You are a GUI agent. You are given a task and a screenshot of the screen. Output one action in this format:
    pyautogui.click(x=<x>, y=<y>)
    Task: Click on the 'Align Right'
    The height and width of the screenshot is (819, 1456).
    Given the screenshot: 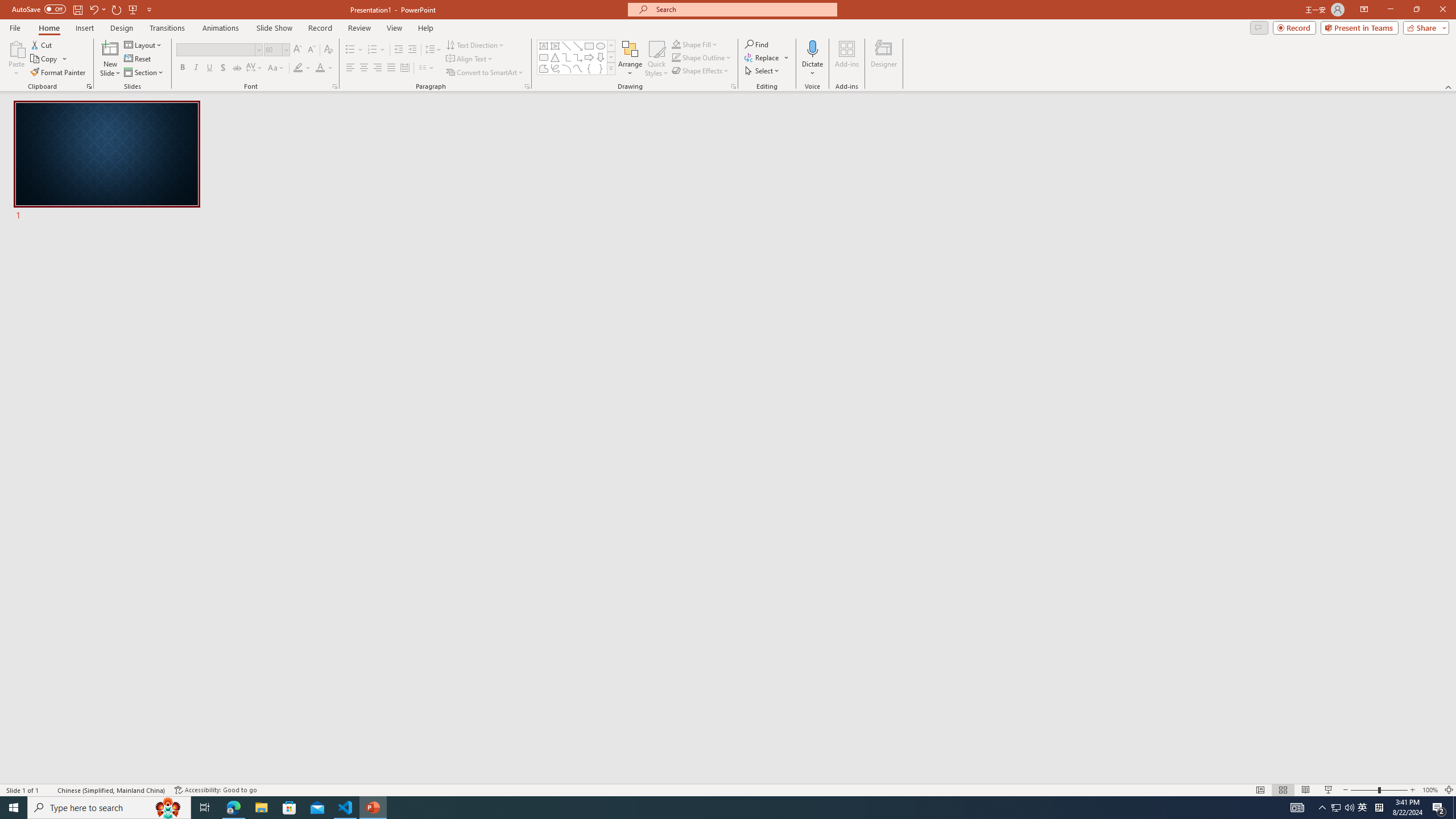 What is the action you would take?
    pyautogui.click(x=378, y=67)
    